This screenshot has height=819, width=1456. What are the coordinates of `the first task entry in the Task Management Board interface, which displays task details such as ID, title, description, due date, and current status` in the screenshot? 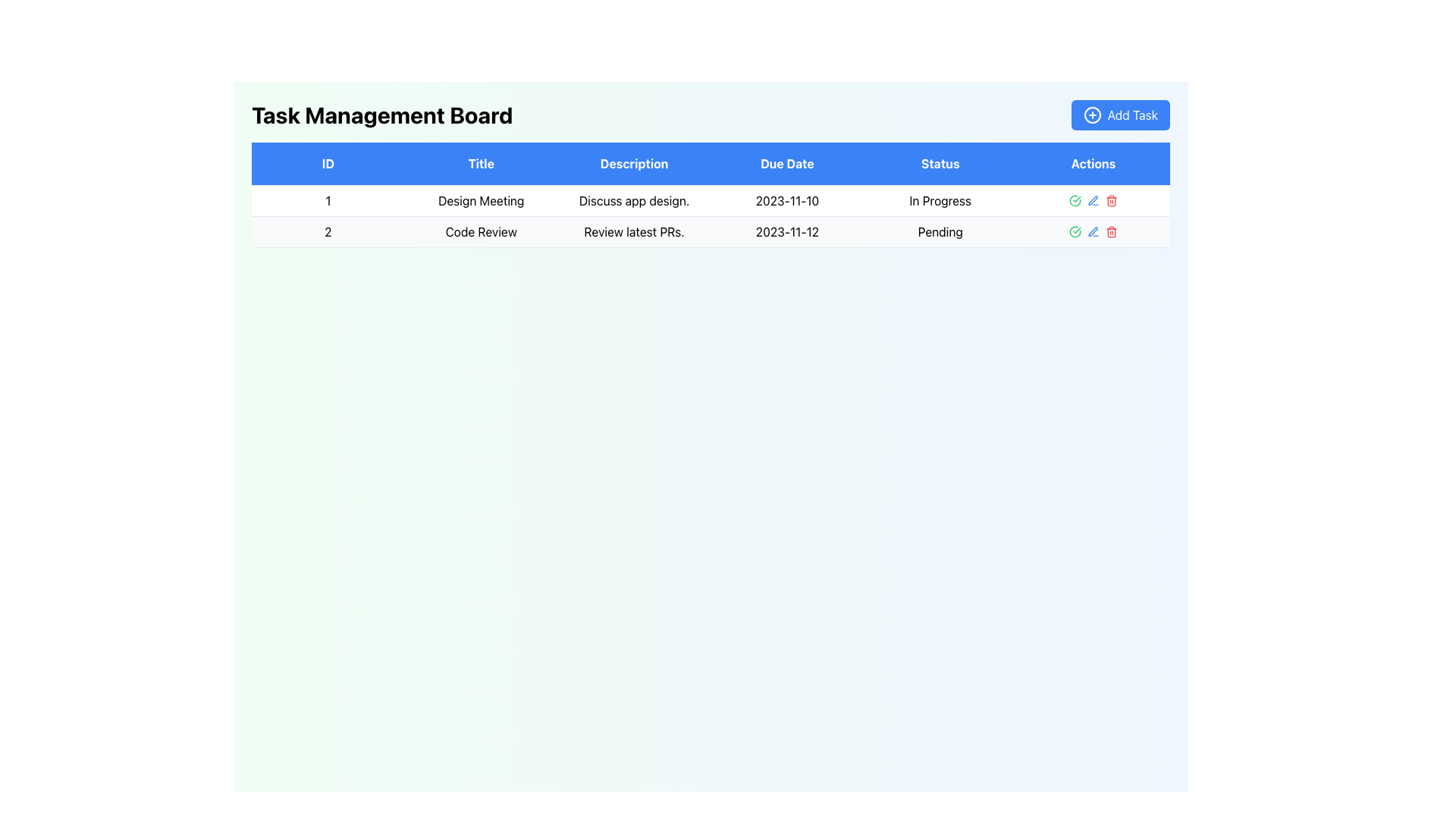 It's located at (710, 216).